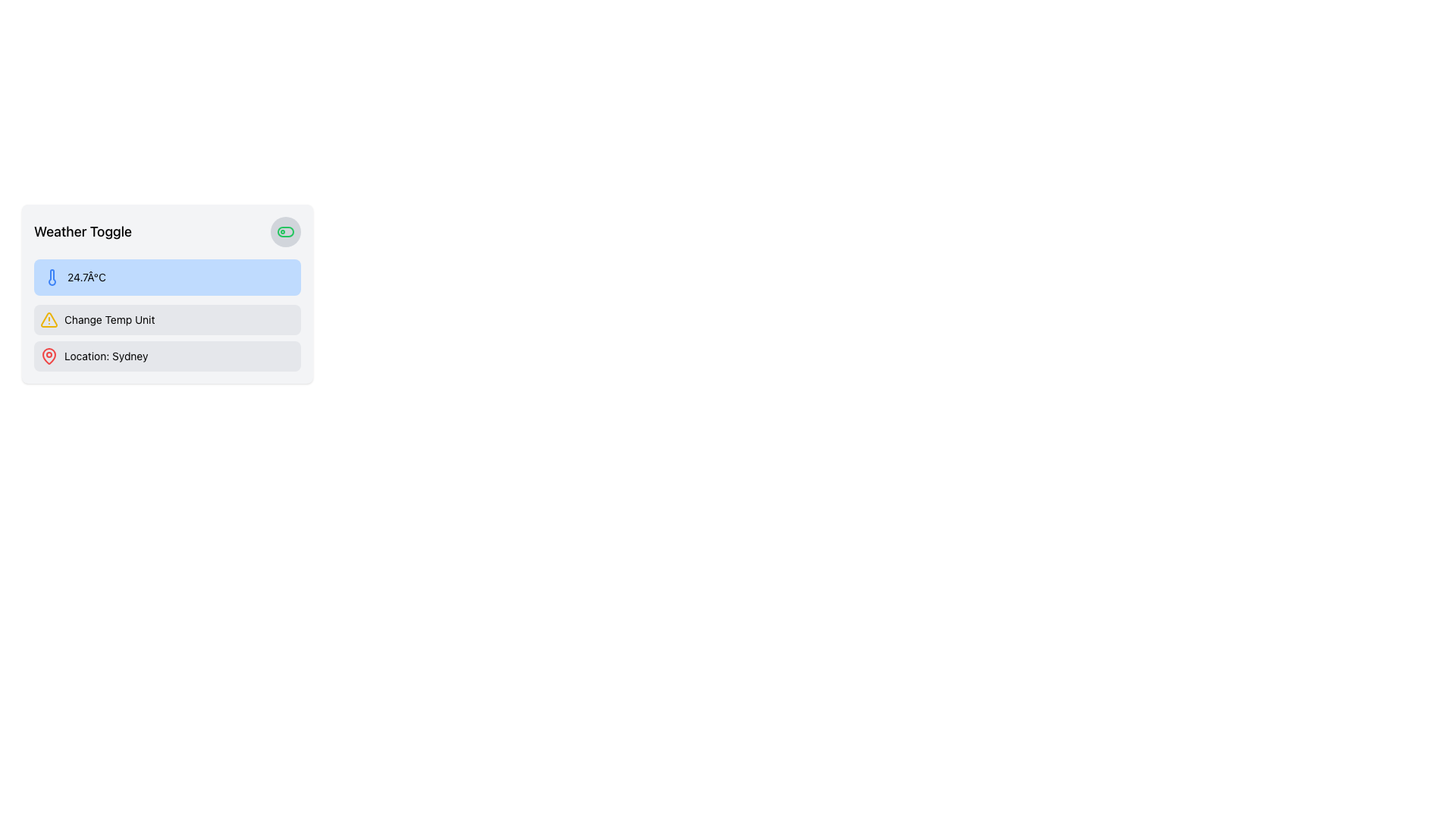  What do you see at coordinates (49, 318) in the screenshot?
I see `the triangle-shaped caution icon that is part of the 'Change Temp Unit' button in the weather settings interface` at bounding box center [49, 318].